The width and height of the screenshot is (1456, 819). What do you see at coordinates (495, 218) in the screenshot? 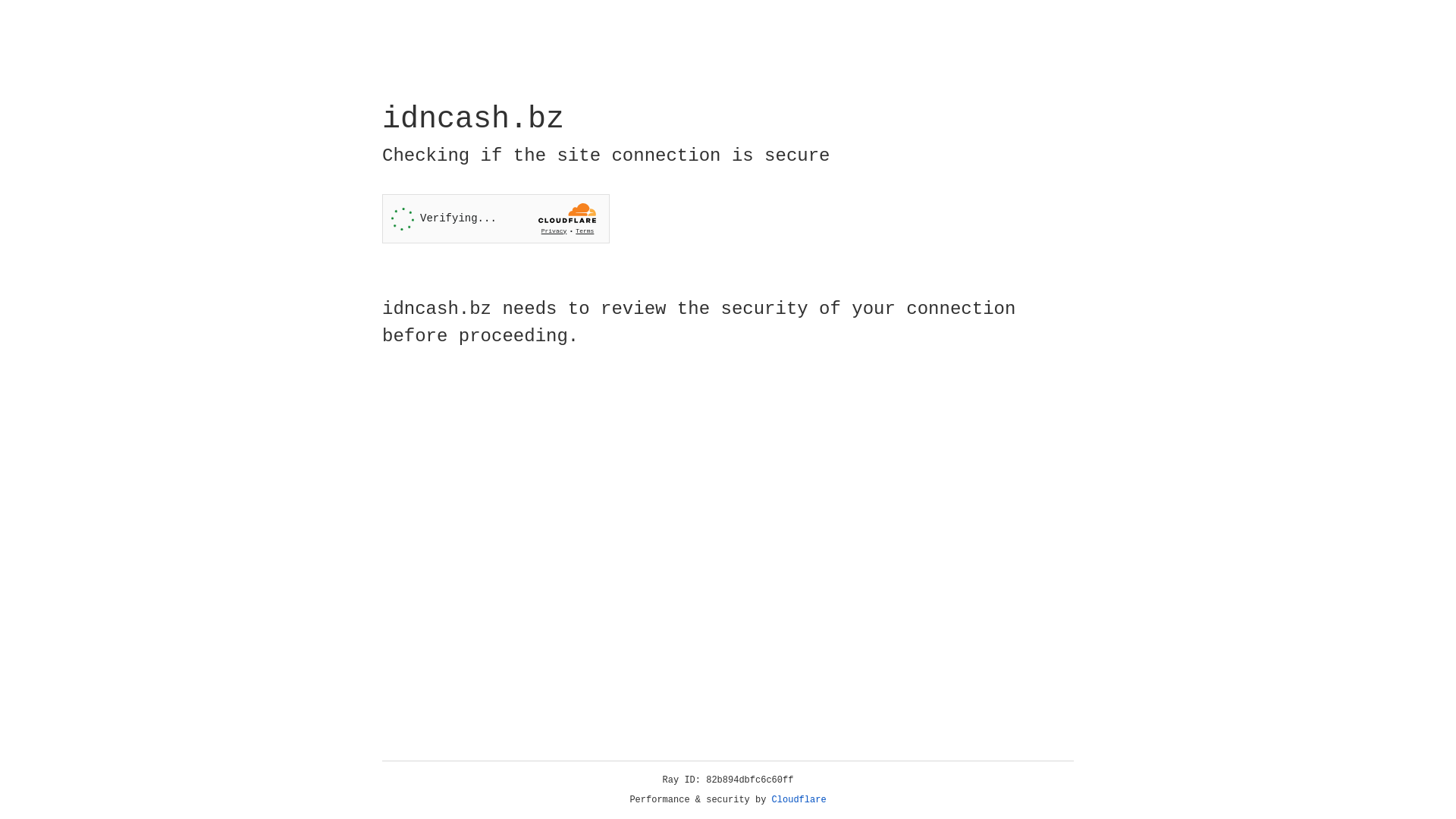
I see `'Widget containing a Cloudflare security challenge'` at bounding box center [495, 218].